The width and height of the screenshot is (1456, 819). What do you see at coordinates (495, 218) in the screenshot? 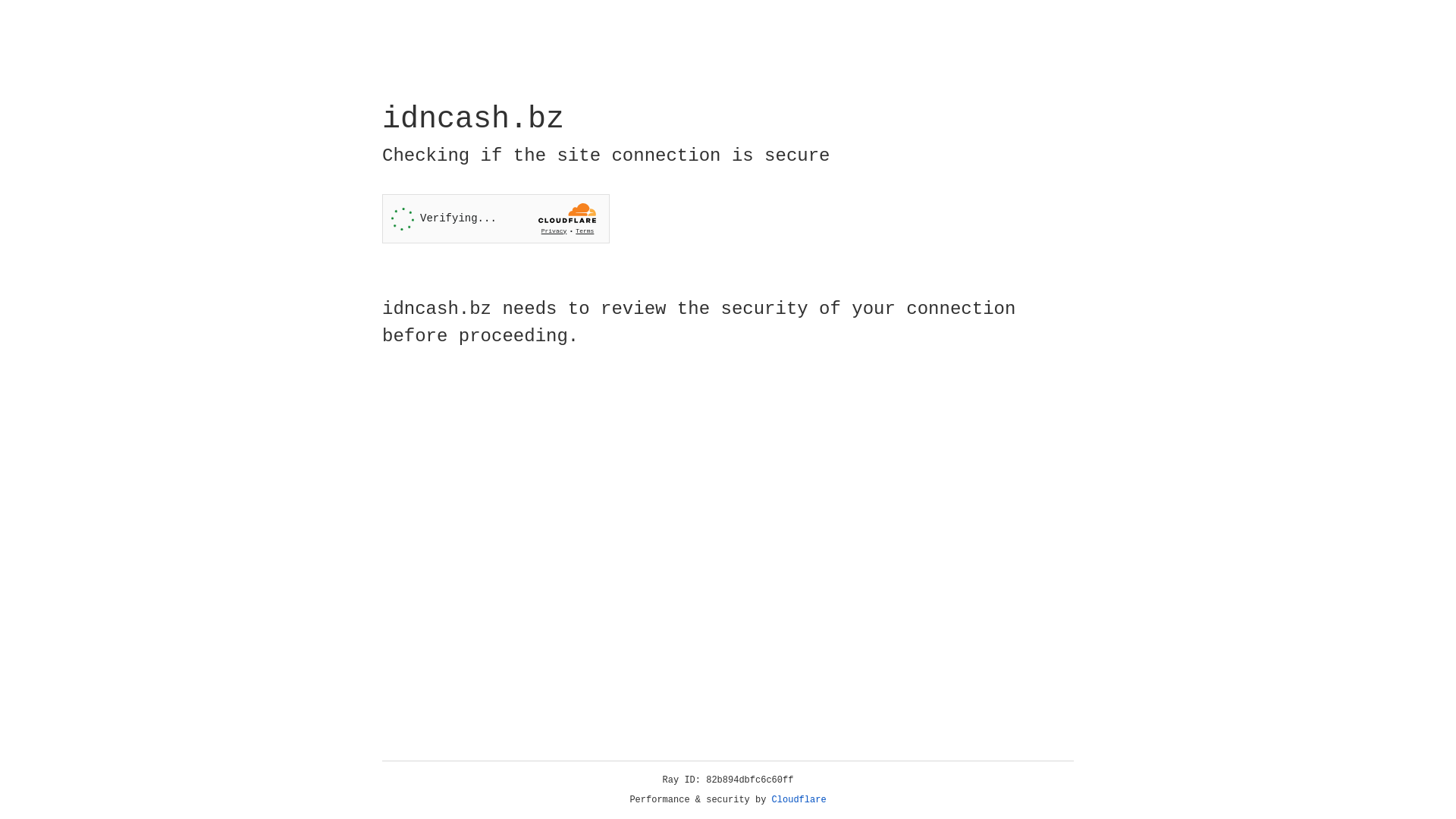
I see `'Widget containing a Cloudflare security challenge'` at bounding box center [495, 218].